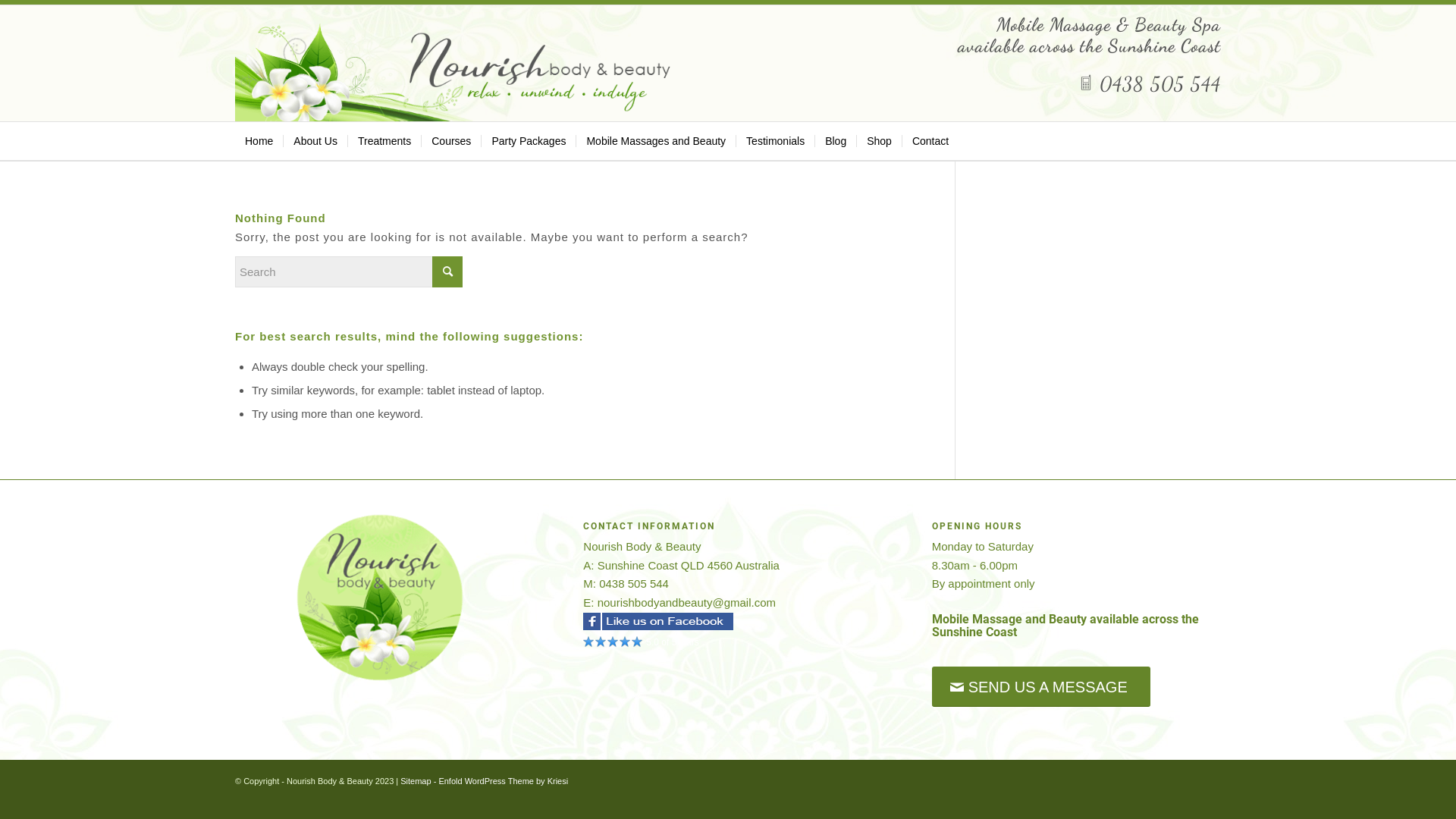 The width and height of the screenshot is (1456, 819). I want to click on '5.0 of 5 stars', so click(582, 642).